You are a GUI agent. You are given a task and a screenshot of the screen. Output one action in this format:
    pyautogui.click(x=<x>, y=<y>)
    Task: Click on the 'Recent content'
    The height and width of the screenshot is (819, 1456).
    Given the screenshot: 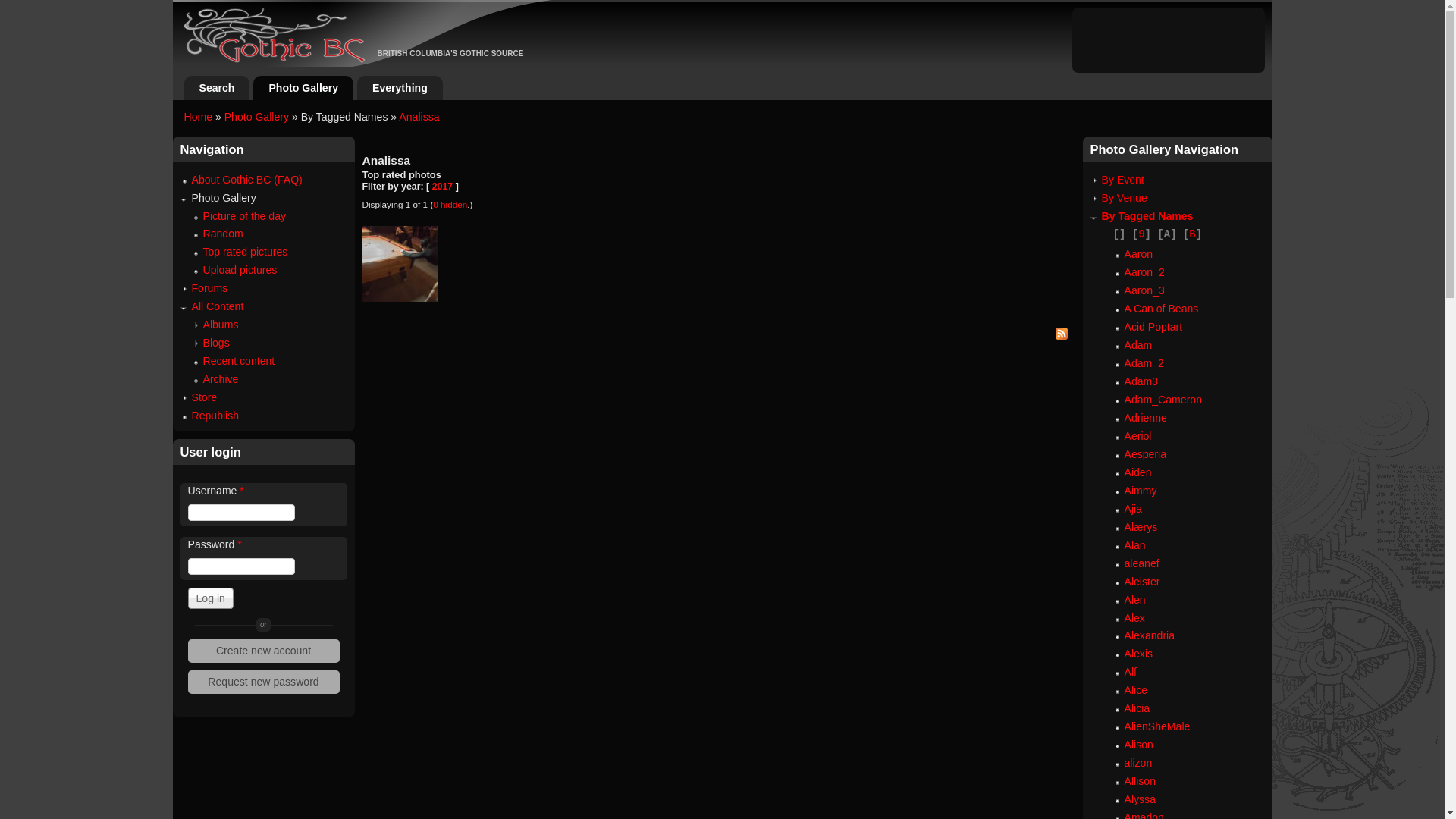 What is the action you would take?
    pyautogui.click(x=238, y=360)
    